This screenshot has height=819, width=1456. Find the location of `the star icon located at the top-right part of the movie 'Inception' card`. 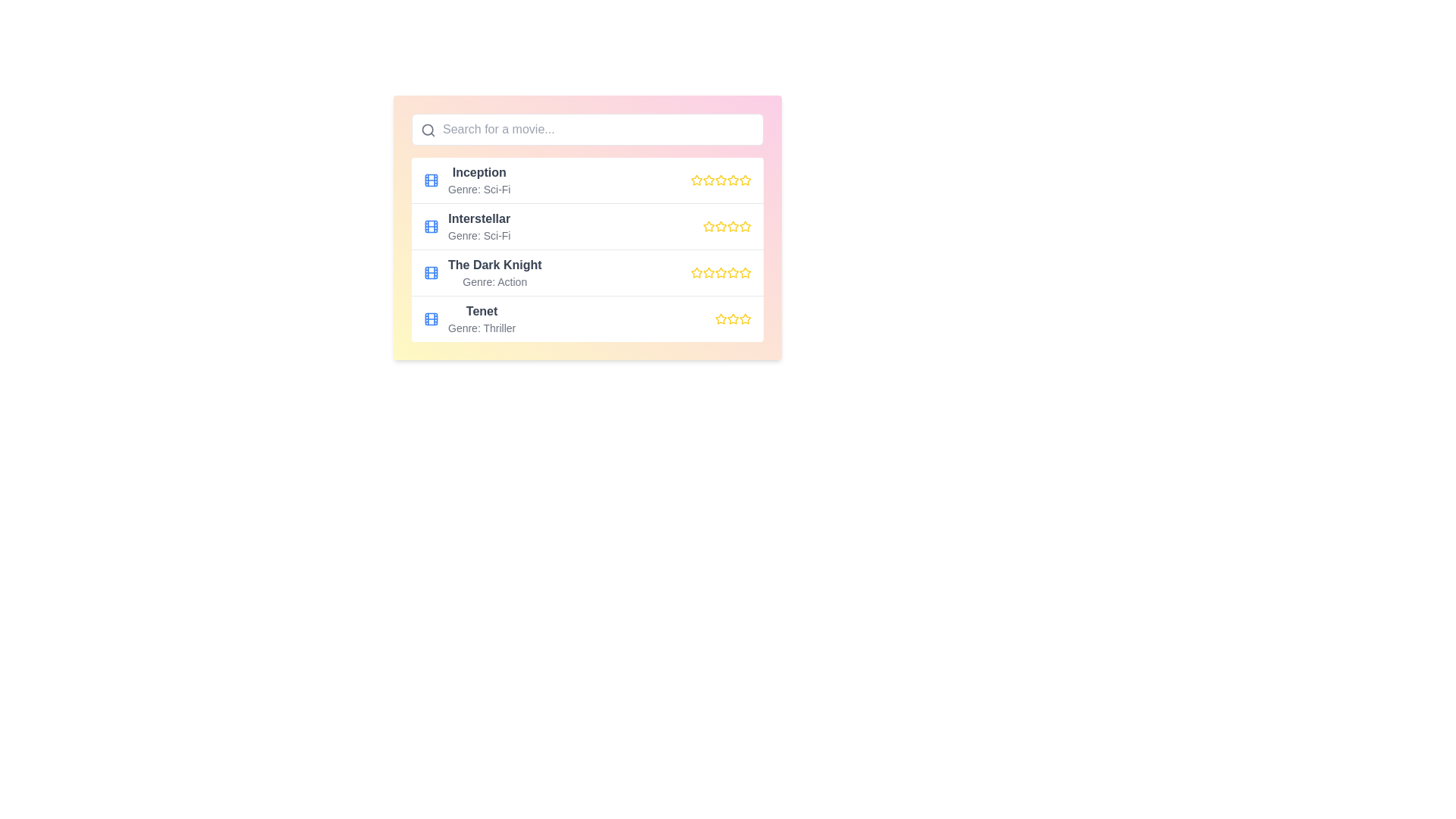

the star icon located at the top-right part of the movie 'Inception' card is located at coordinates (745, 179).